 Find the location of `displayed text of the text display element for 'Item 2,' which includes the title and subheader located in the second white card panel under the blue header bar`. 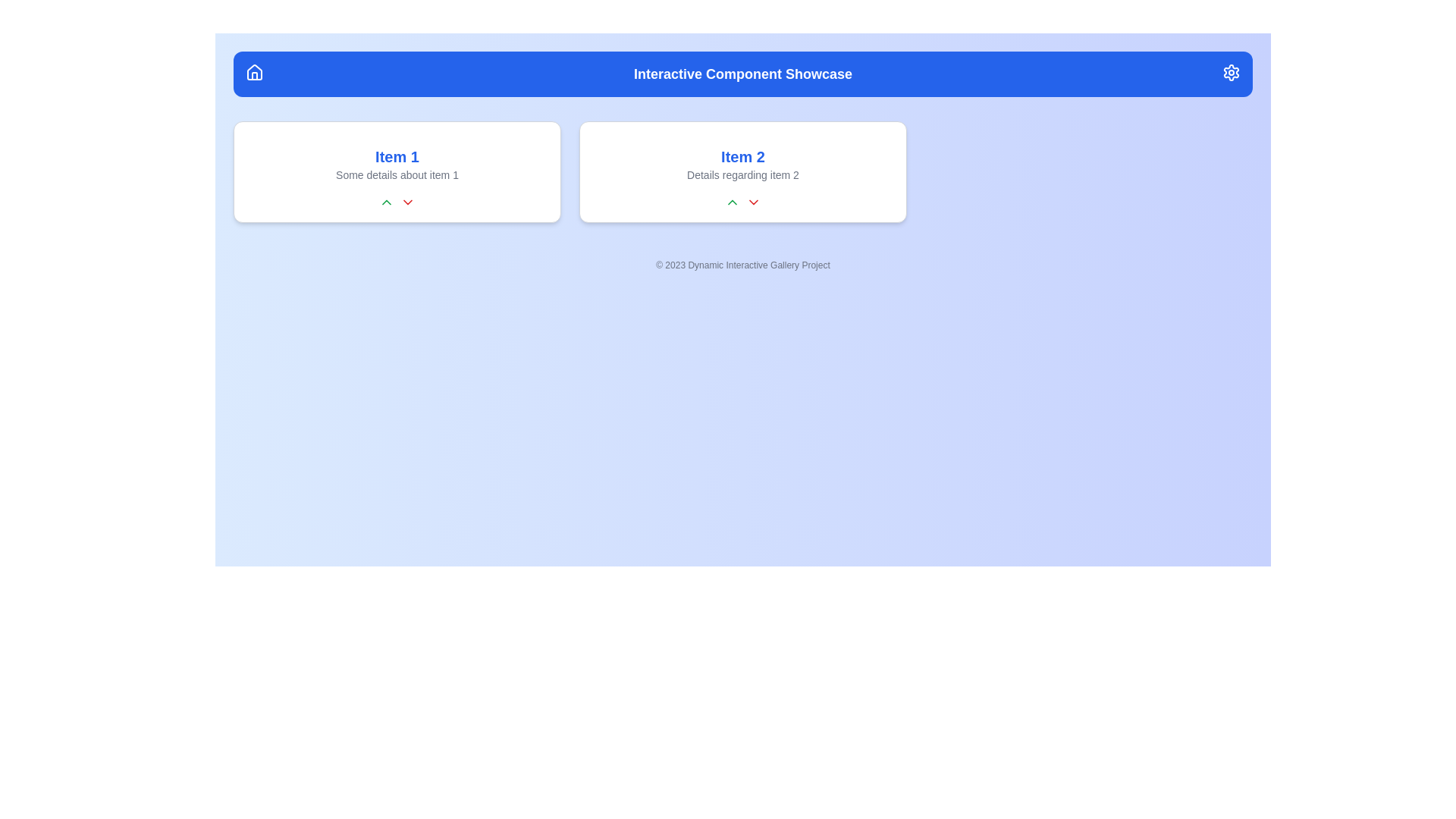

displayed text of the text display element for 'Item 2,' which includes the title and subheader located in the second white card panel under the blue header bar is located at coordinates (742, 164).